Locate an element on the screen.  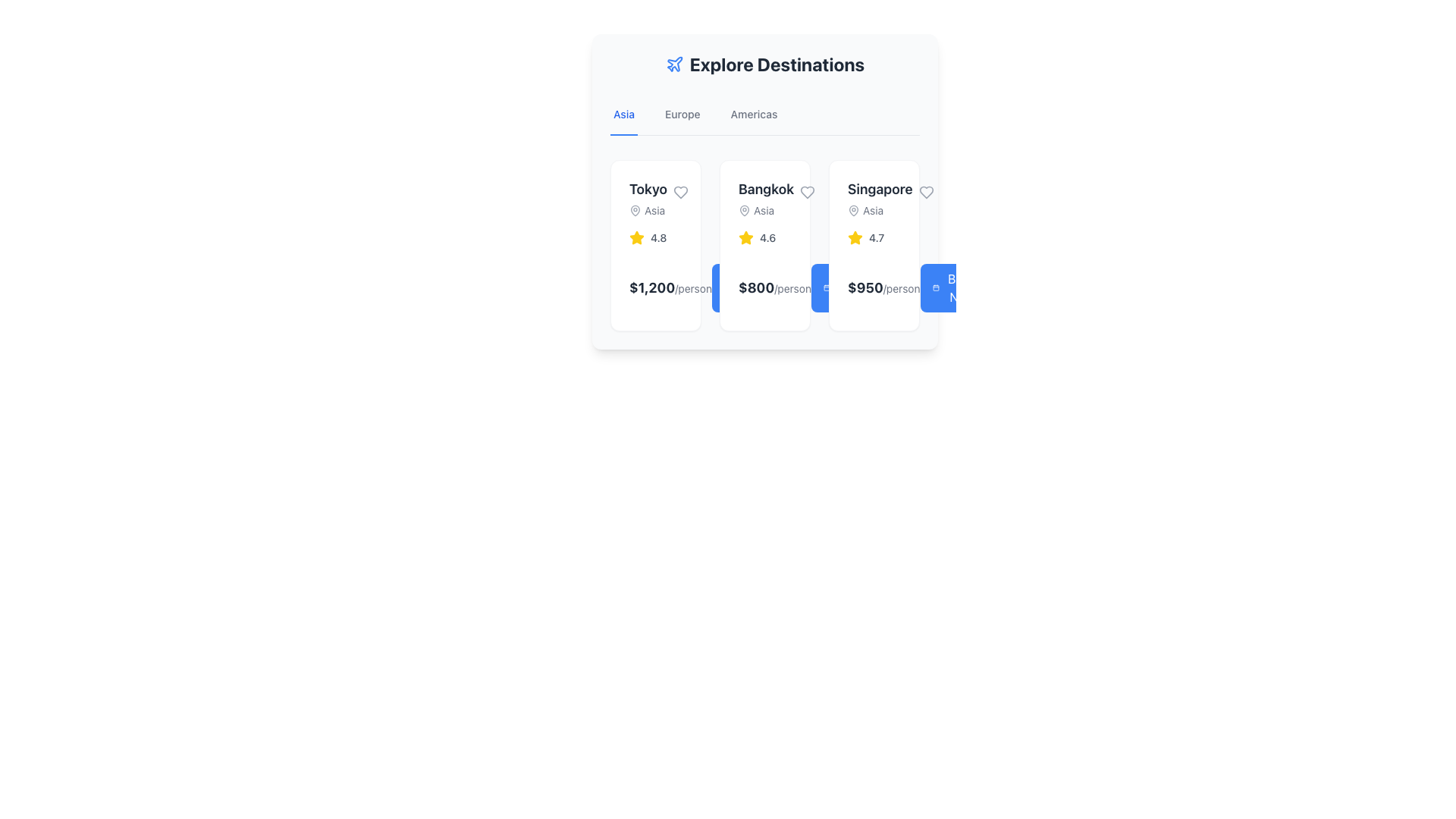
rating value displayed in the Rating Indicator located in the top section of the 'Tokyo' card, slightly to the right below the card's title area is located at coordinates (655, 237).